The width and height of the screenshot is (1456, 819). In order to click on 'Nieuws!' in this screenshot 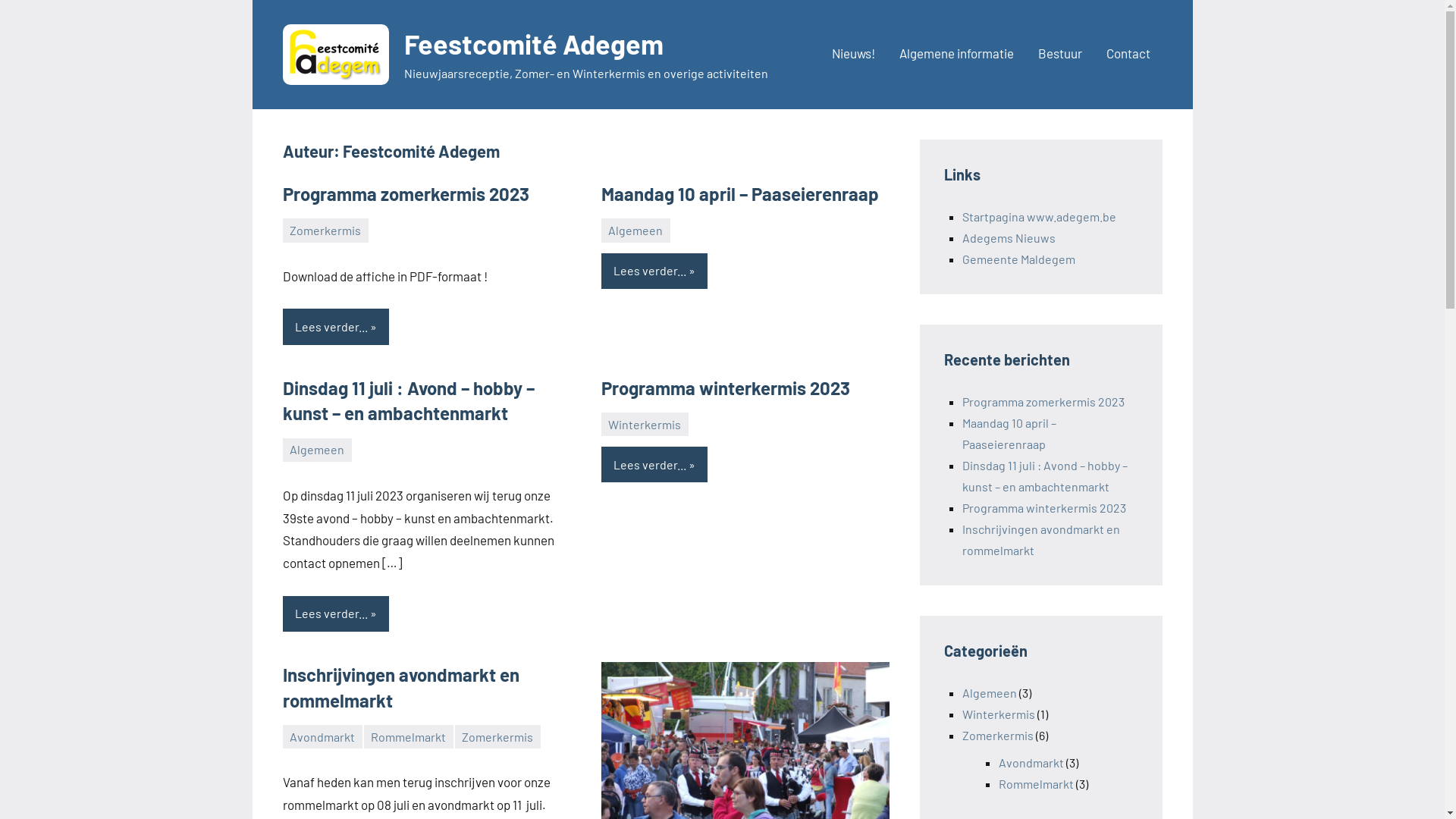, I will do `click(852, 53)`.